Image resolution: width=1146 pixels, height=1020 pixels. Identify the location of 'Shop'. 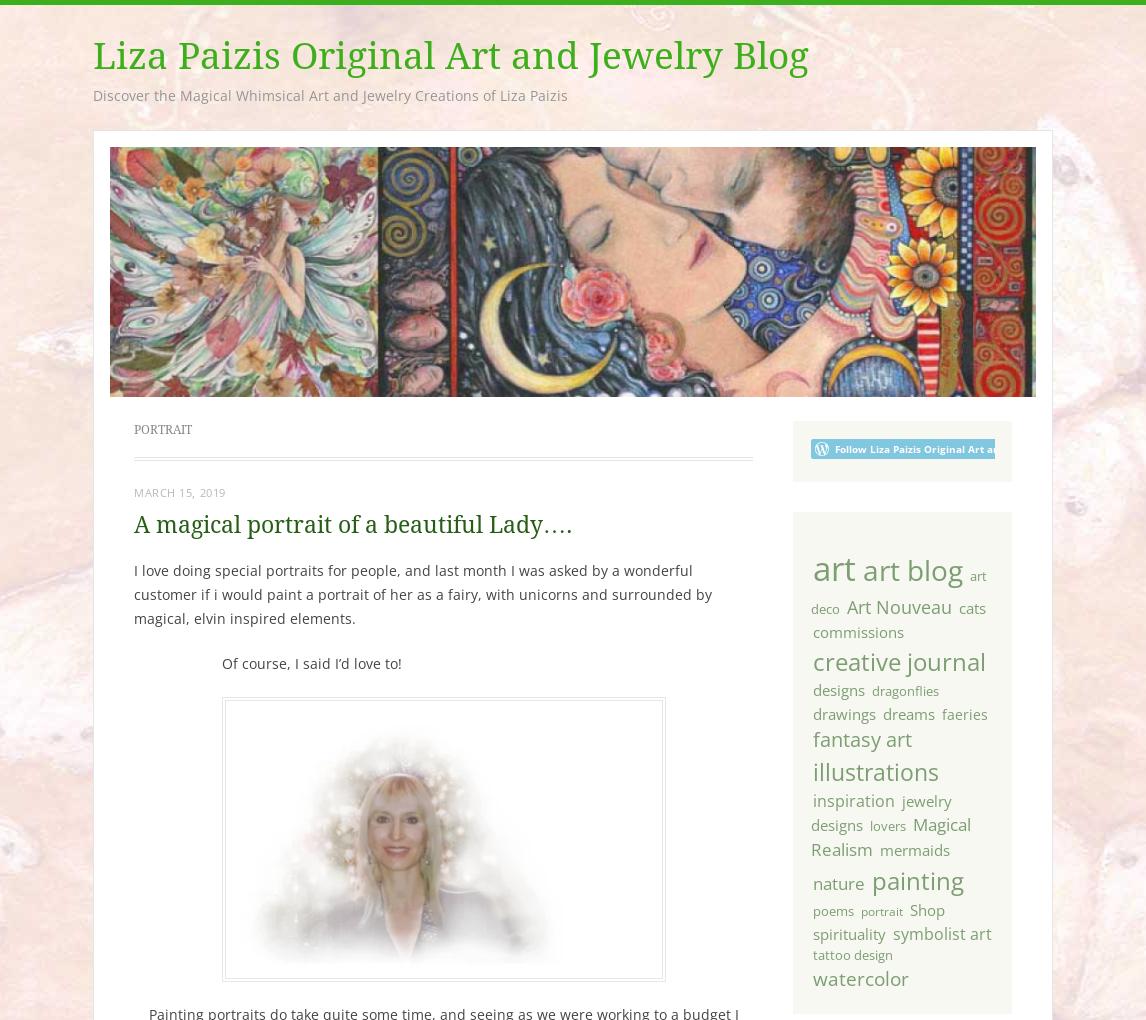
(925, 909).